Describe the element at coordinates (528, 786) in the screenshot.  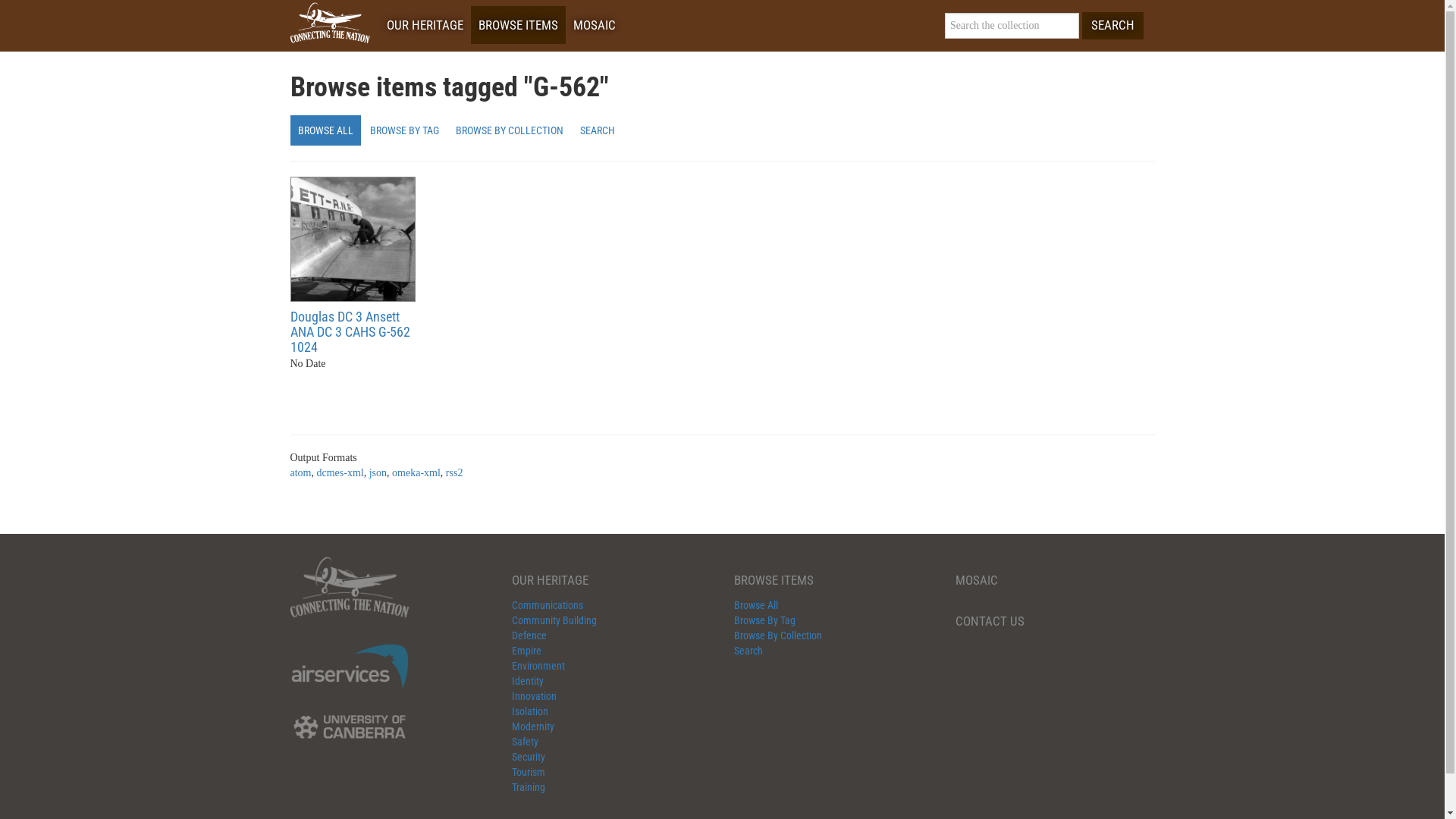
I see `'Training'` at that location.